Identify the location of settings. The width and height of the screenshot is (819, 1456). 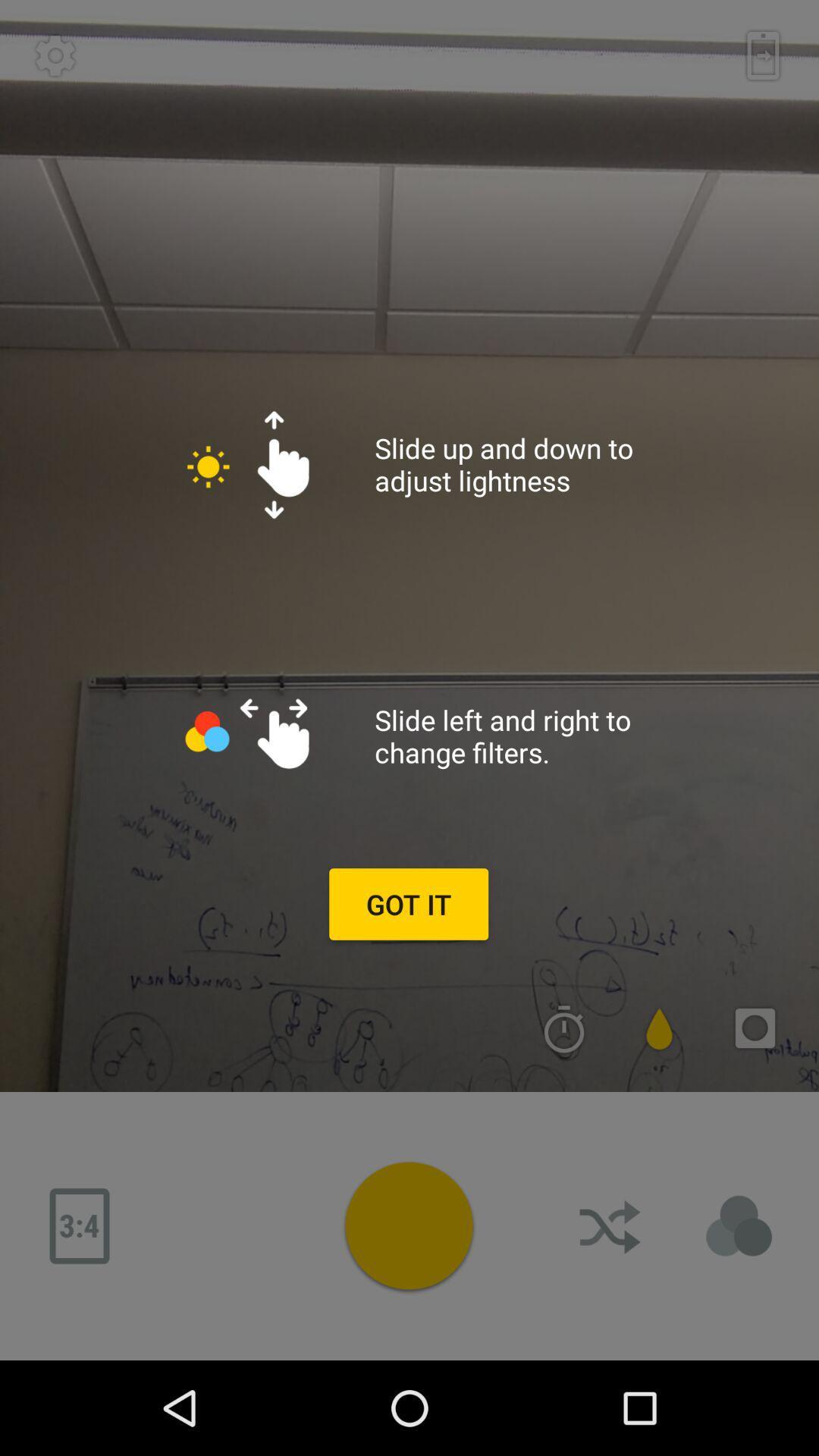
(55, 55).